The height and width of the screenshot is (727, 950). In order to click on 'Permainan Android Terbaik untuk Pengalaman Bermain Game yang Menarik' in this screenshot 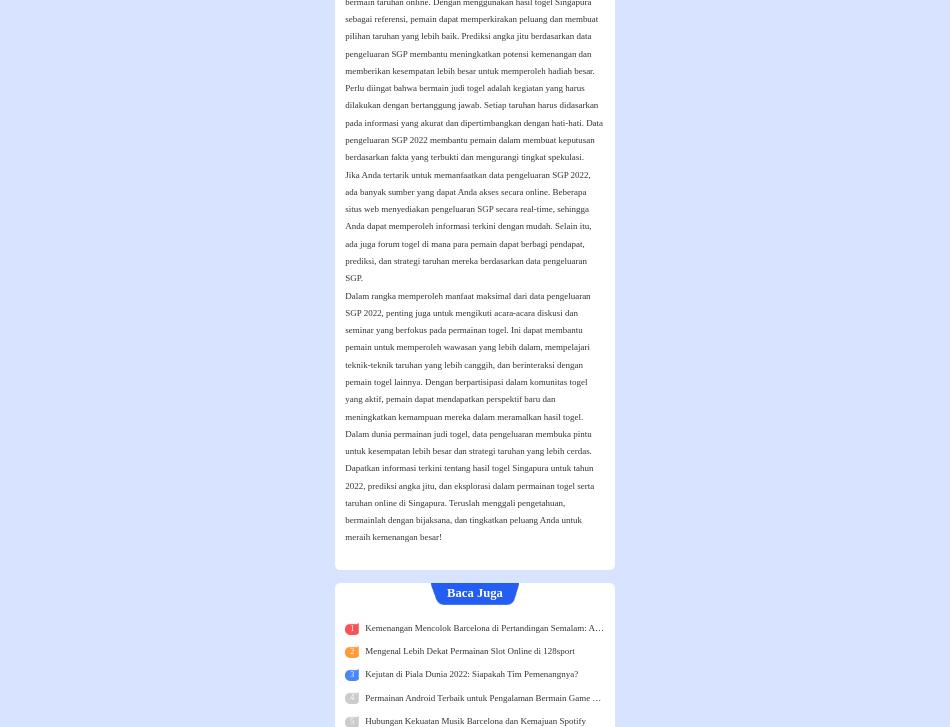, I will do `click(363, 695)`.